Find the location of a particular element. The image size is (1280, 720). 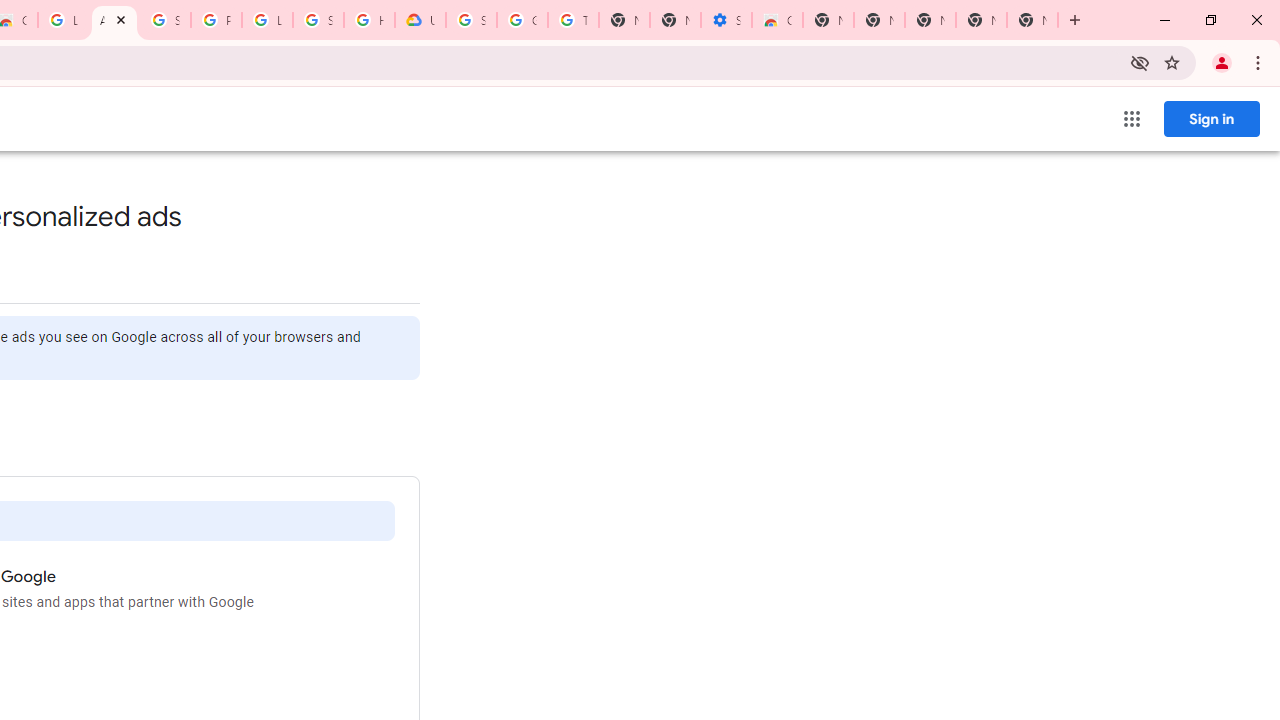

'Bookmark this tab' is located at coordinates (1171, 61).